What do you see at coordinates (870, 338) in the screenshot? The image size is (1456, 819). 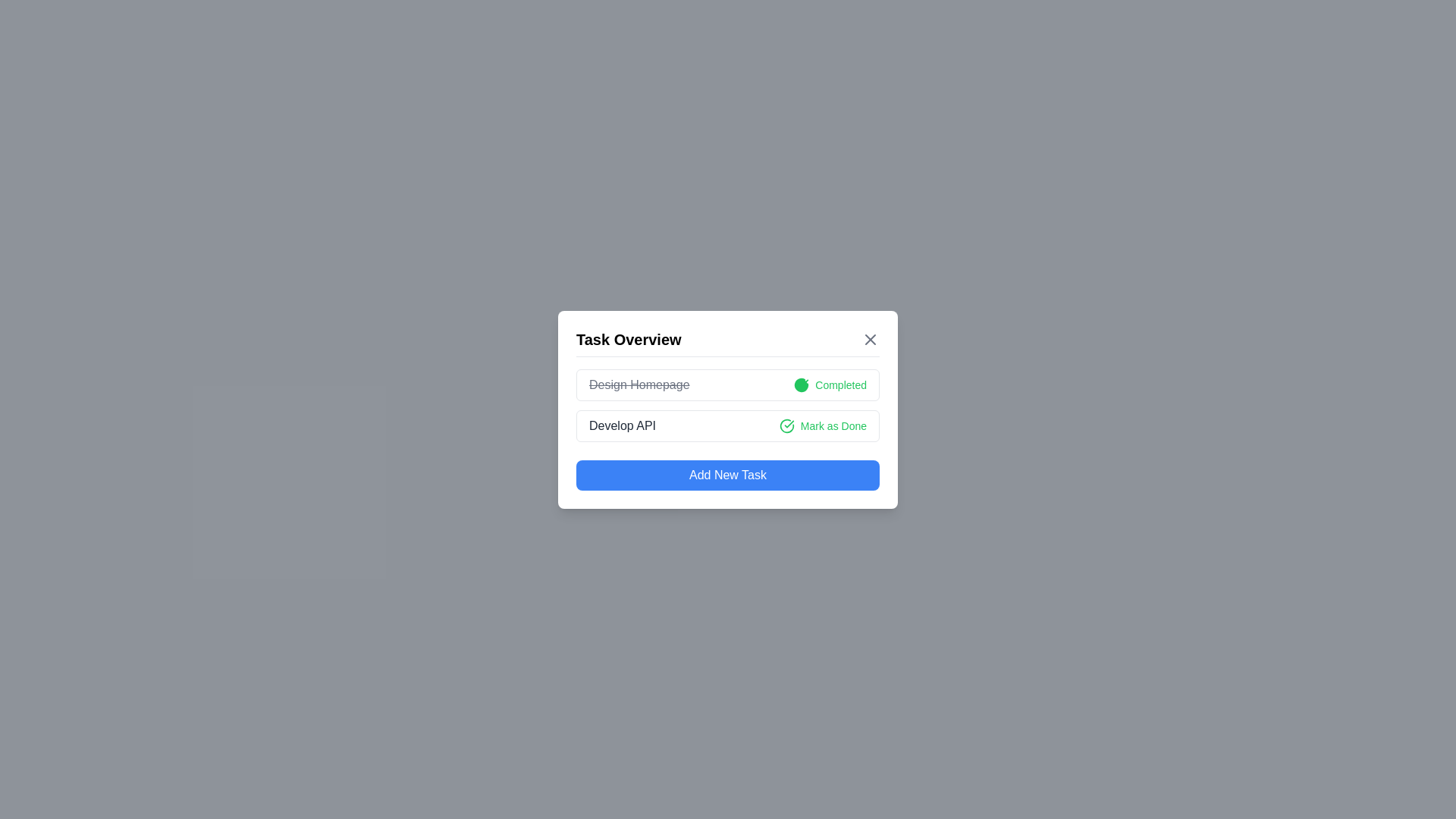 I see `the Close button icon located` at bounding box center [870, 338].